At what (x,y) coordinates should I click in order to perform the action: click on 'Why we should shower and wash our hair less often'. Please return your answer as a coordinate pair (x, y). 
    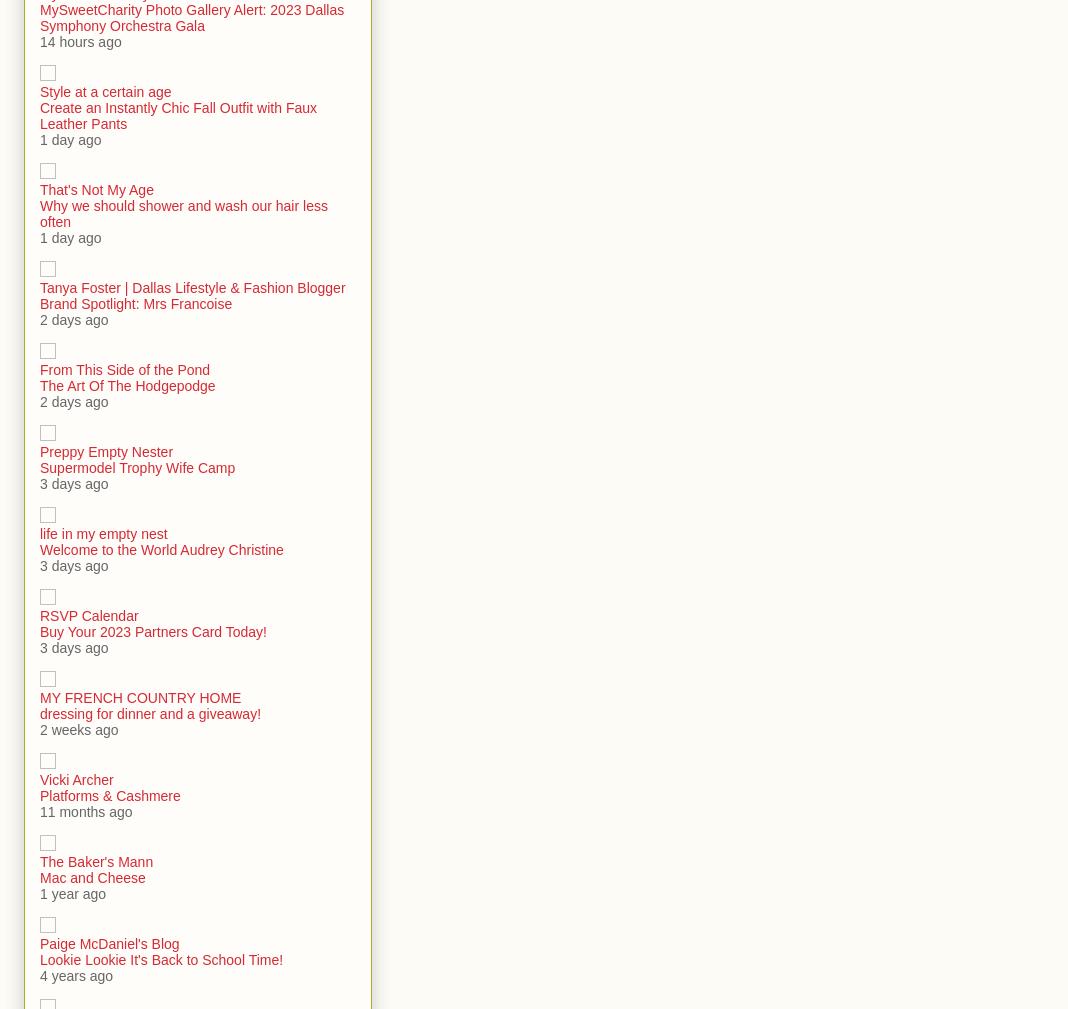
    Looking at the image, I should click on (183, 213).